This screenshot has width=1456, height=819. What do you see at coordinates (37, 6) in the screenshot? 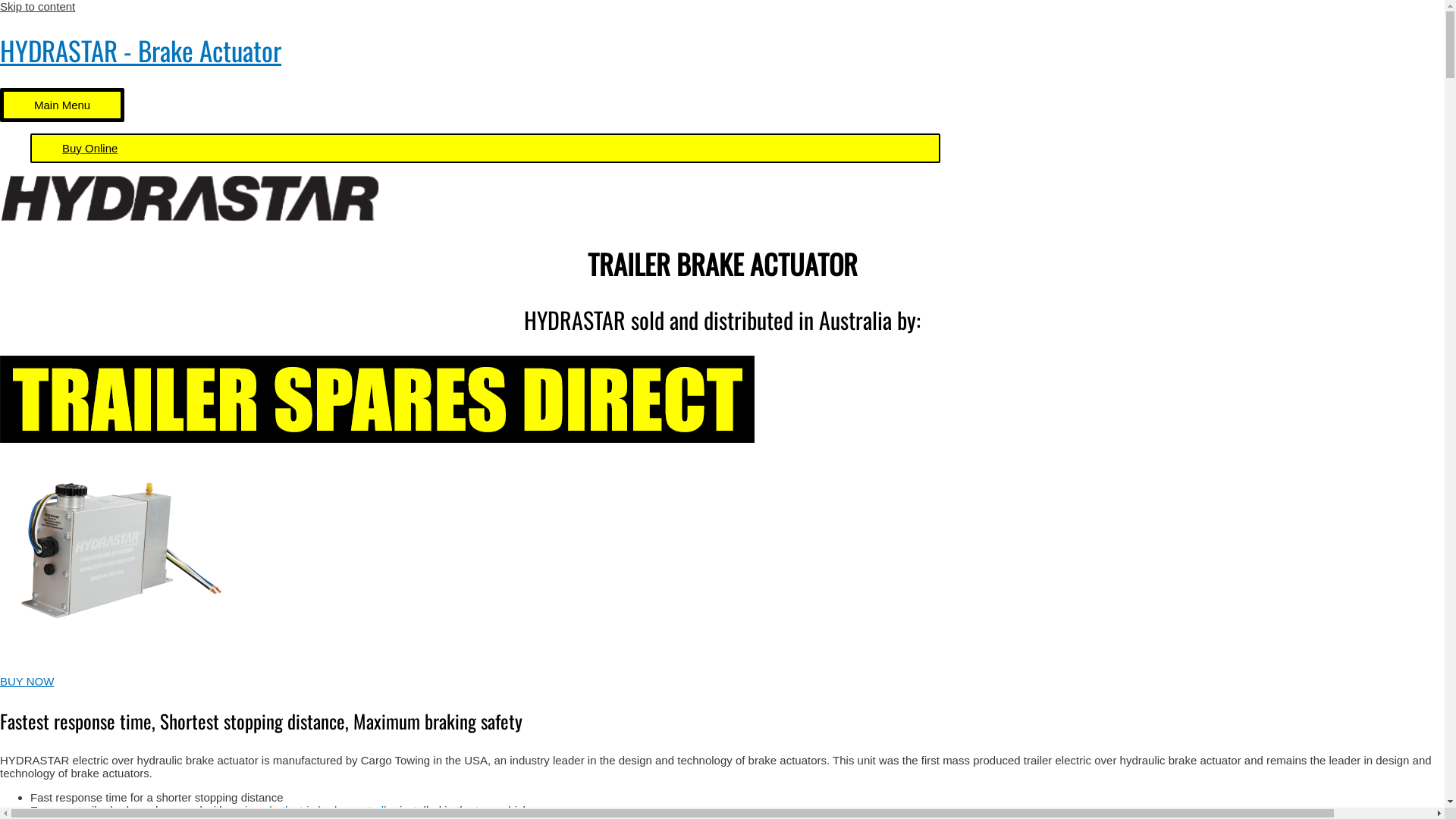
I see `'Skip to content'` at bounding box center [37, 6].